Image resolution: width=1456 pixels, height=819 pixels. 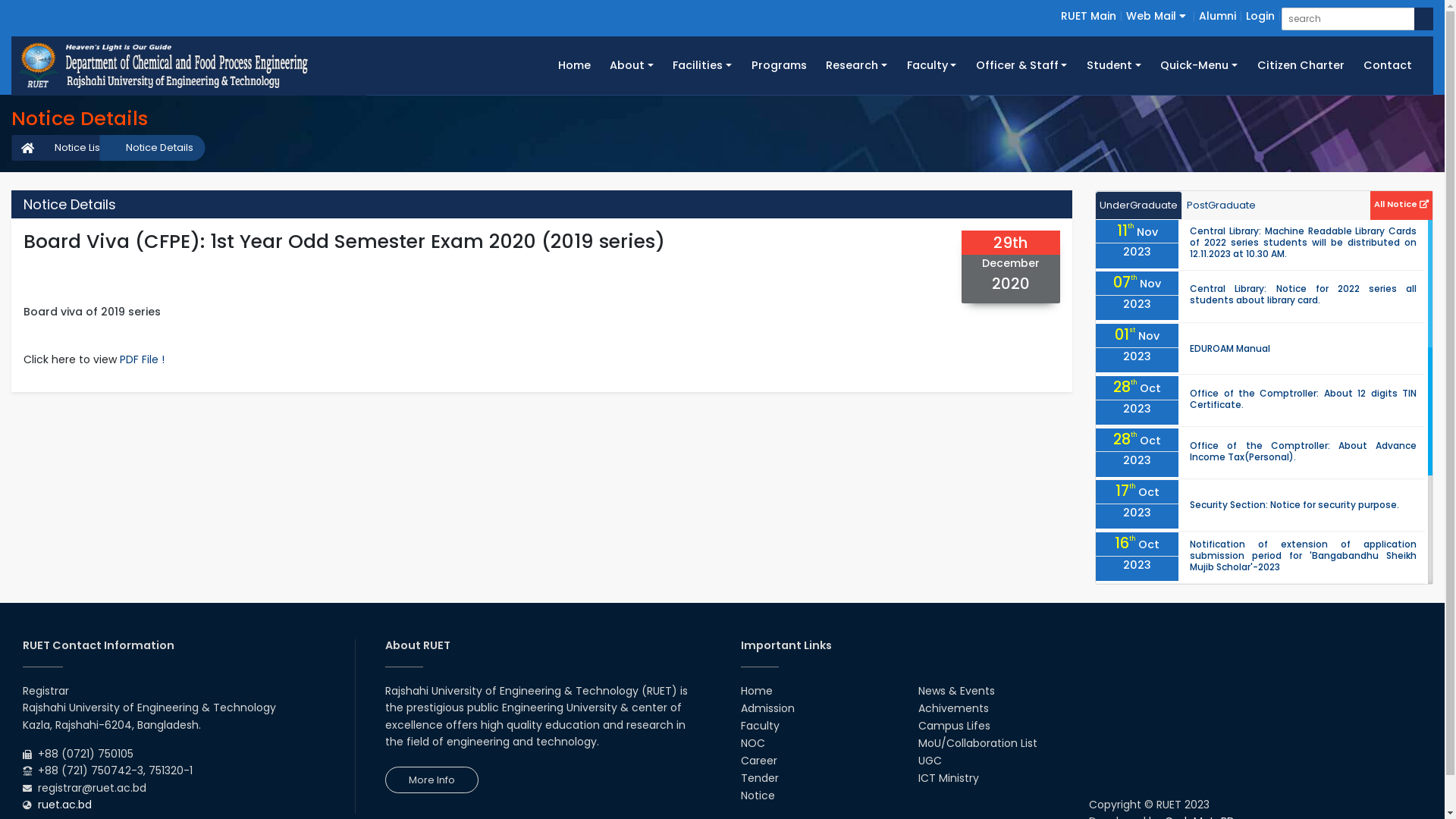 I want to click on 'Faculty', so click(x=930, y=64).